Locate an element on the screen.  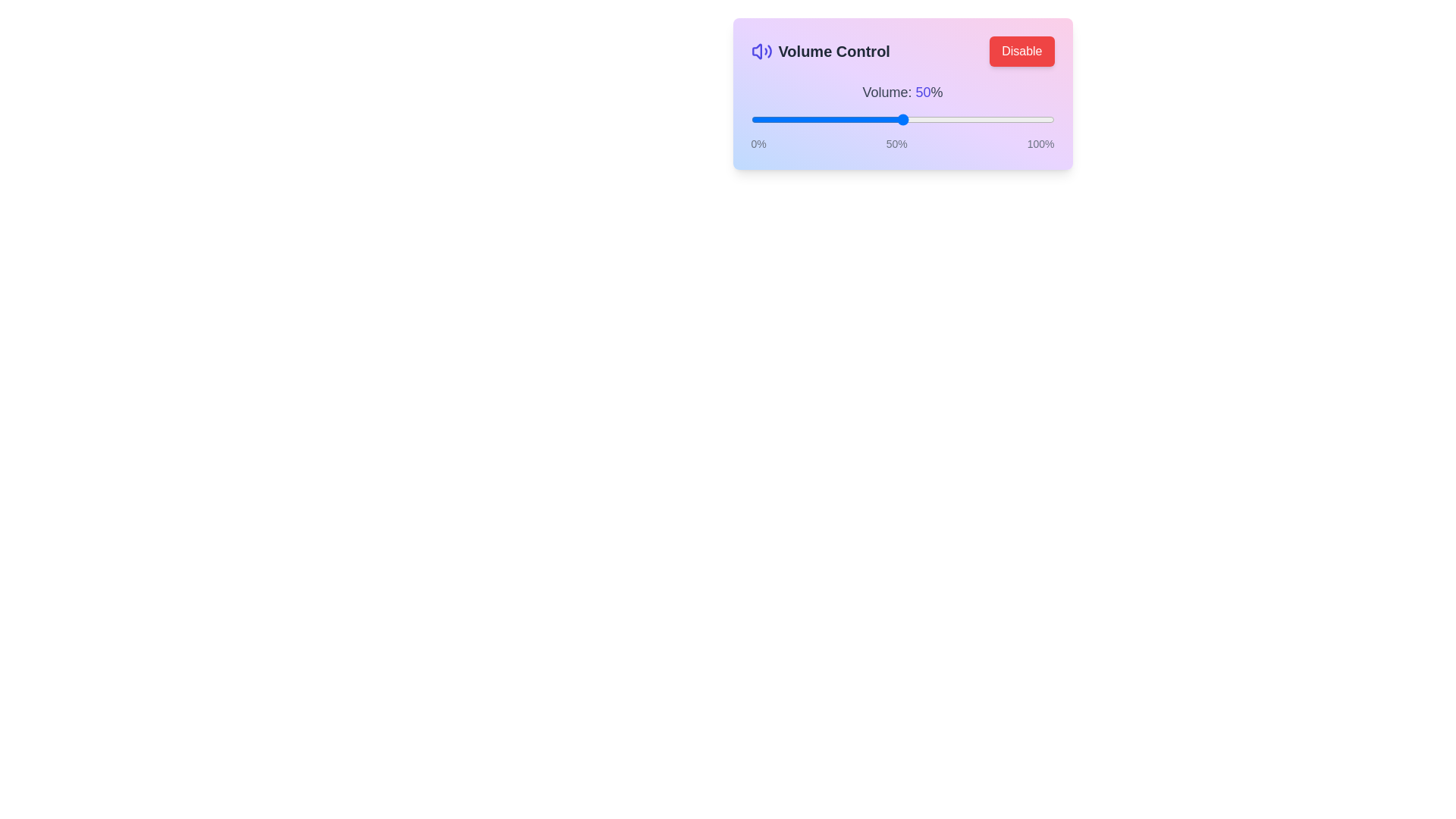
the volume is located at coordinates (932, 119).